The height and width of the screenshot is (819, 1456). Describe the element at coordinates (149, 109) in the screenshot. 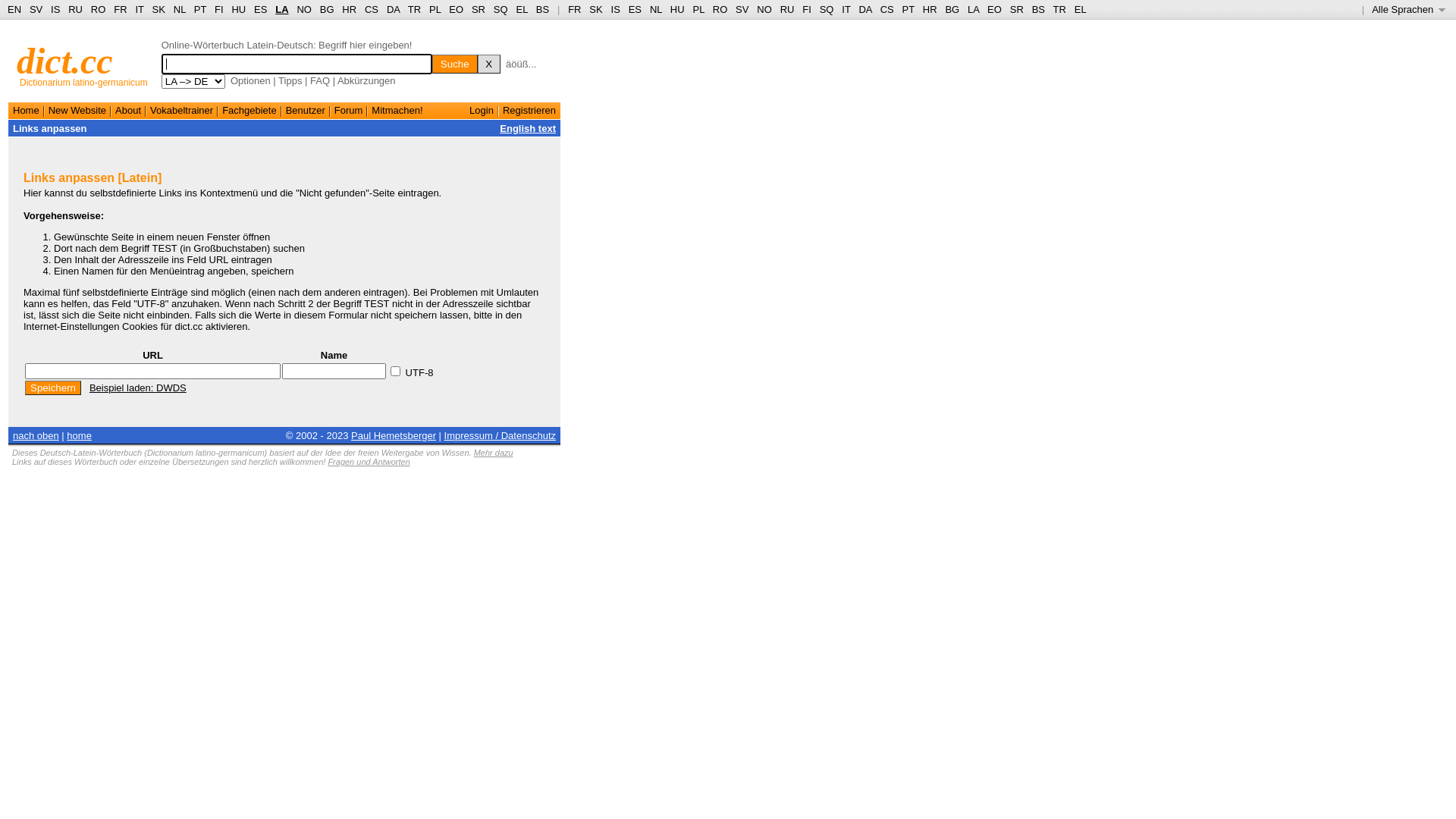

I see `'Vokabeltrainer'` at that location.